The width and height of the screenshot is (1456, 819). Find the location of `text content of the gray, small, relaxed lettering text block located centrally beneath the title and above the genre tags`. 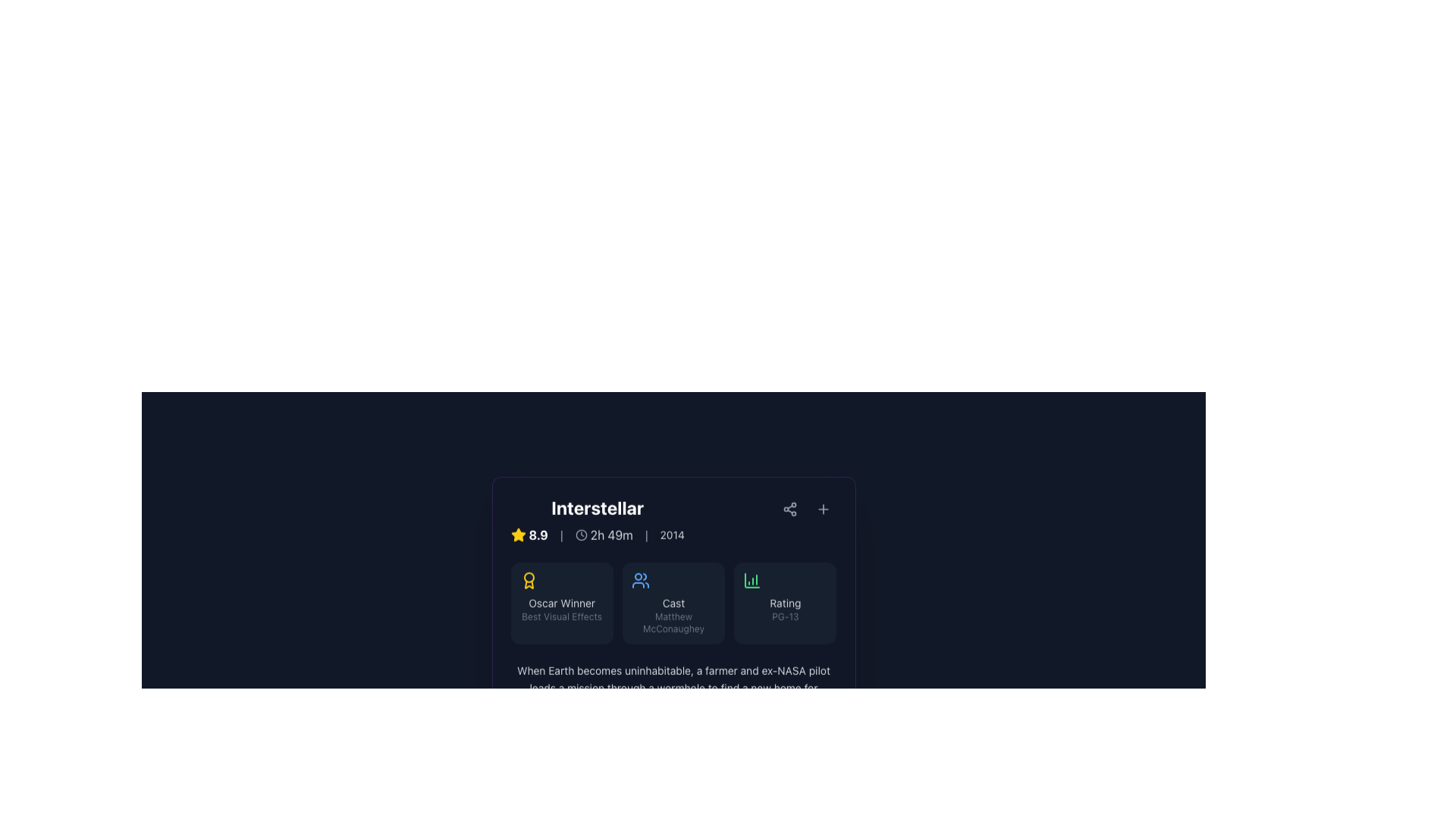

text content of the gray, small, relaxed lettering text block located centrally beneath the title and above the genre tags is located at coordinates (673, 688).